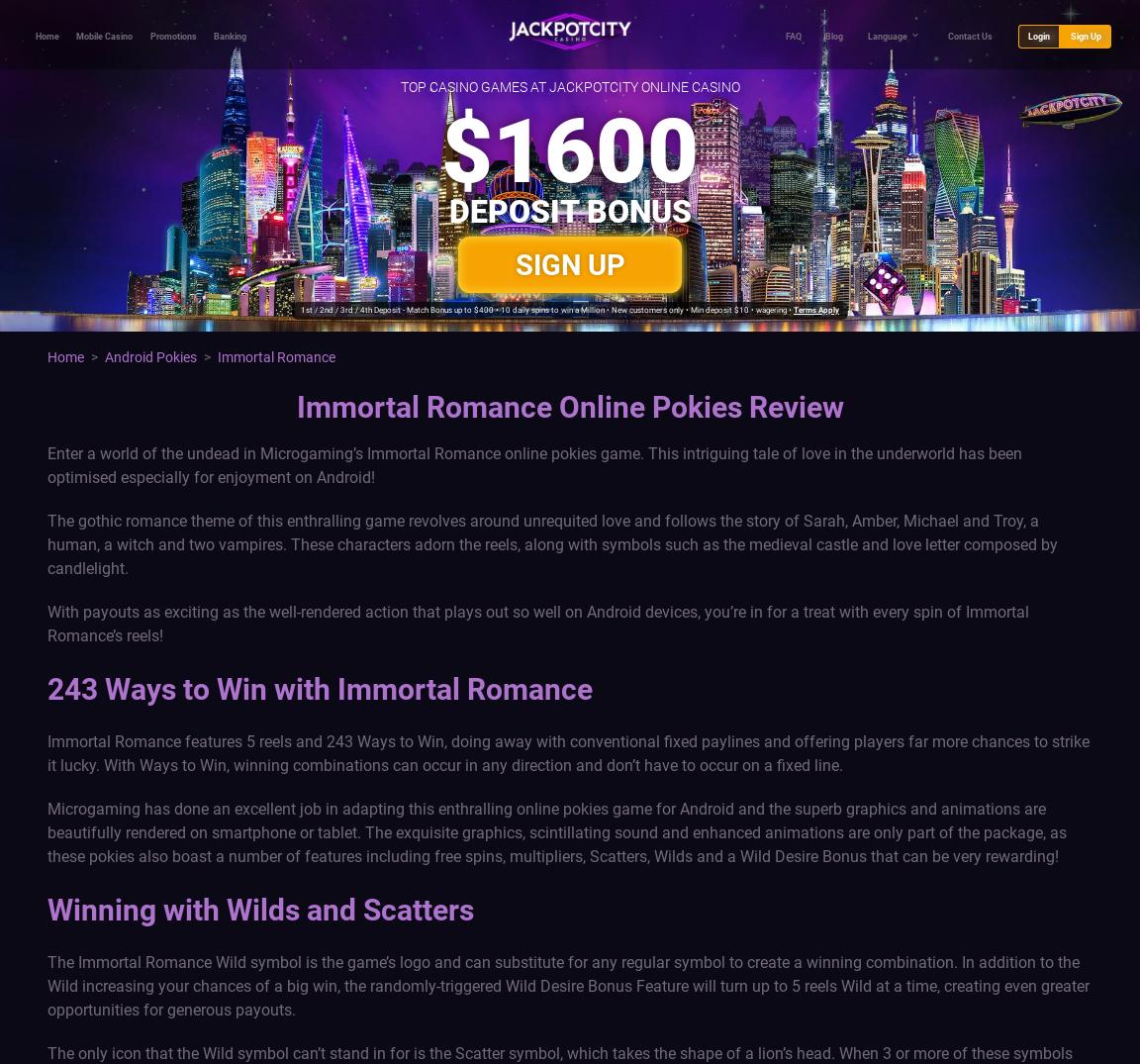  I want to click on 'Blog', so click(834, 35).